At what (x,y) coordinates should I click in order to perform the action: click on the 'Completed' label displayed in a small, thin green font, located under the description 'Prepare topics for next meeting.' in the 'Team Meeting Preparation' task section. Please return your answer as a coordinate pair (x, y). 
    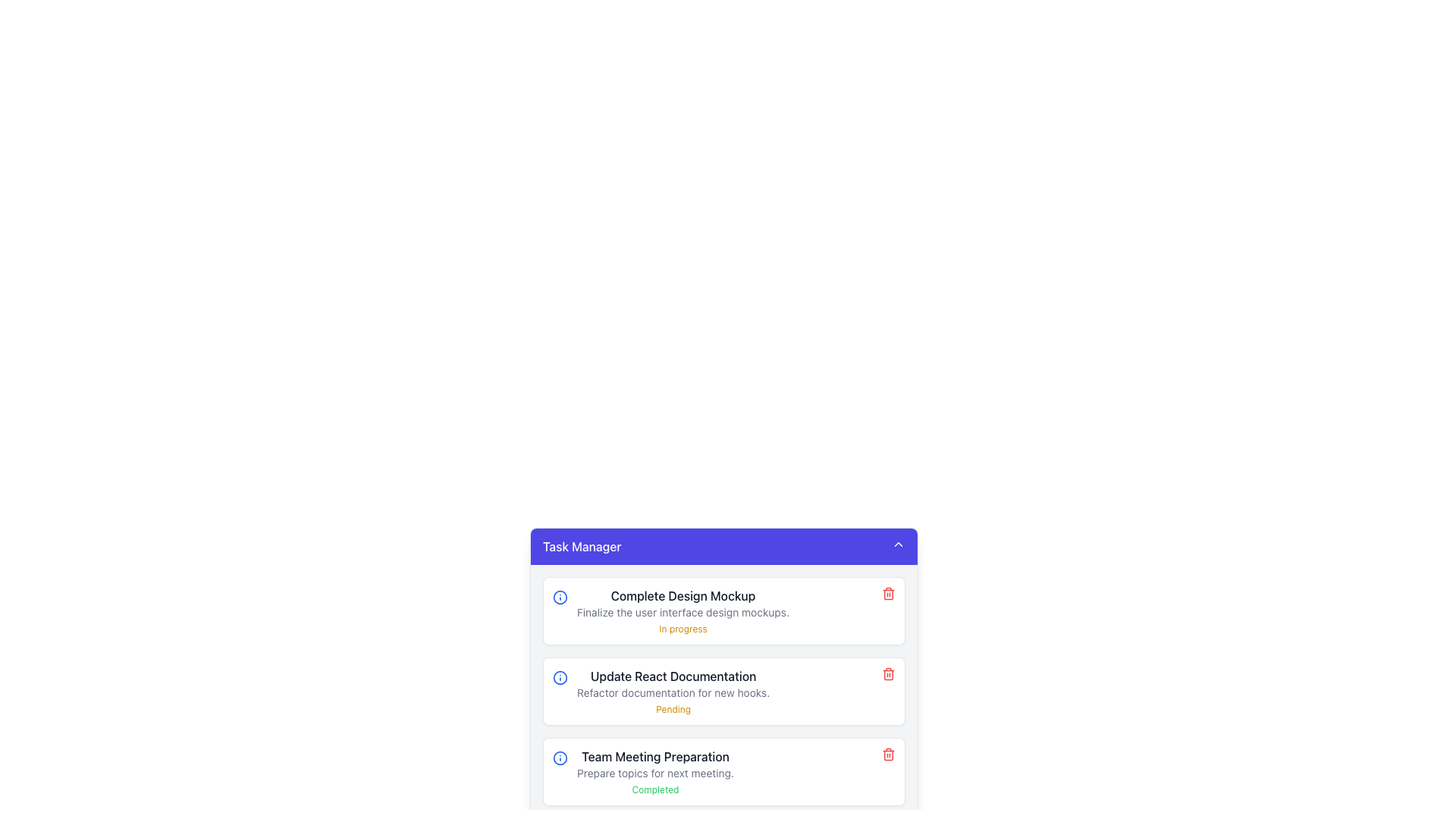
    Looking at the image, I should click on (655, 789).